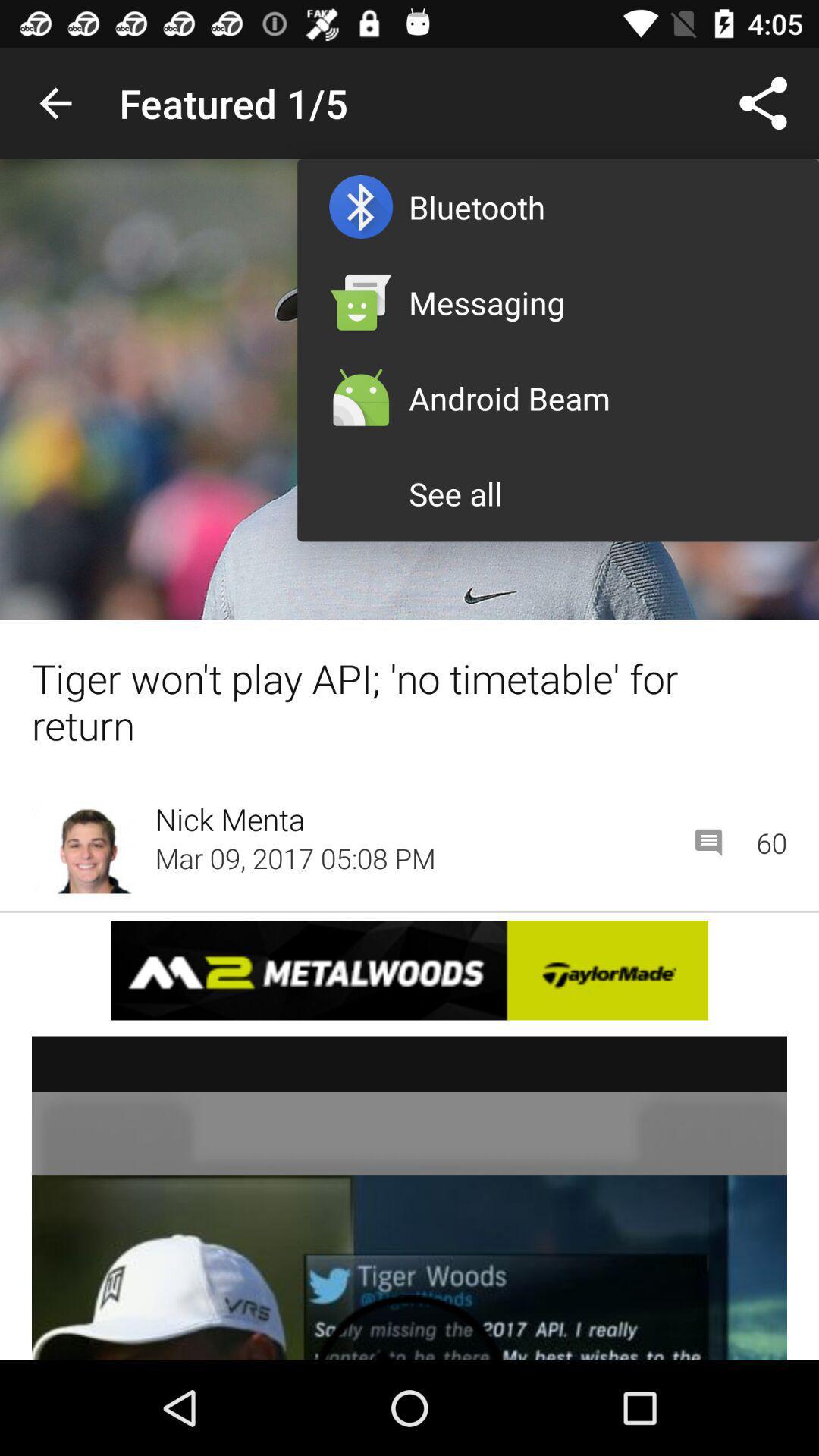 Image resolution: width=819 pixels, height=1456 pixels. Describe the element at coordinates (409, 969) in the screenshot. I see `advertisement` at that location.